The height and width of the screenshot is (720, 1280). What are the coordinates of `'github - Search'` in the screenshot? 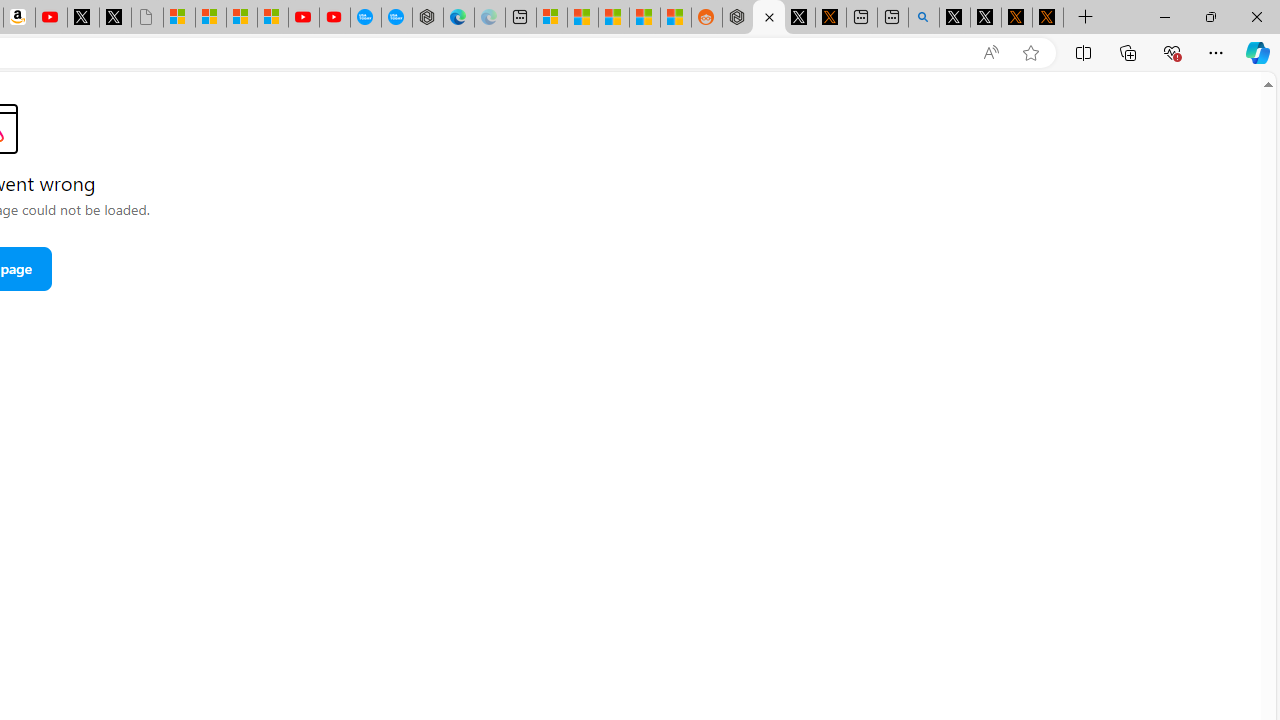 It's located at (923, 17).